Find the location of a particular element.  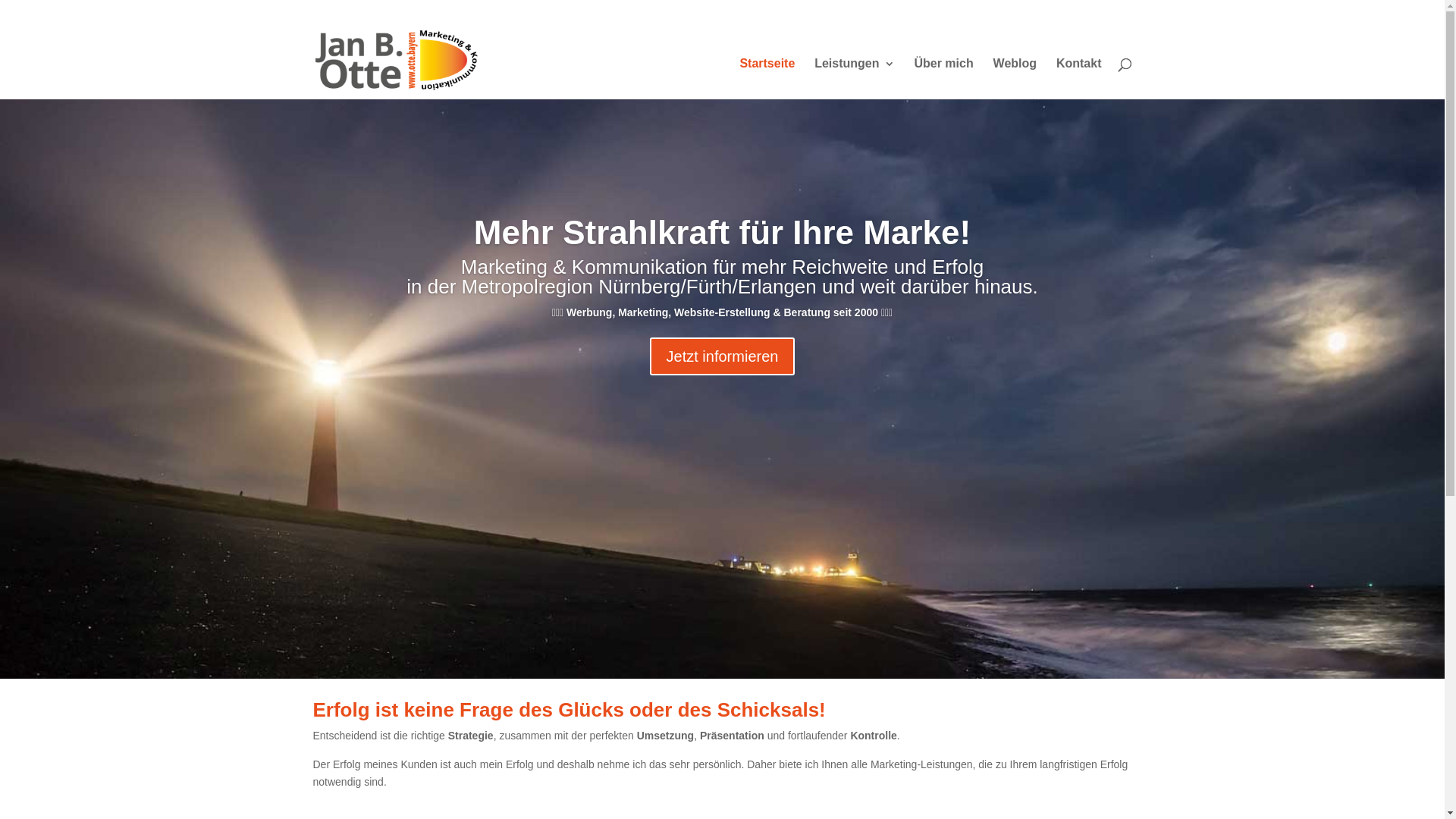

'Weblog' is located at coordinates (1015, 79).